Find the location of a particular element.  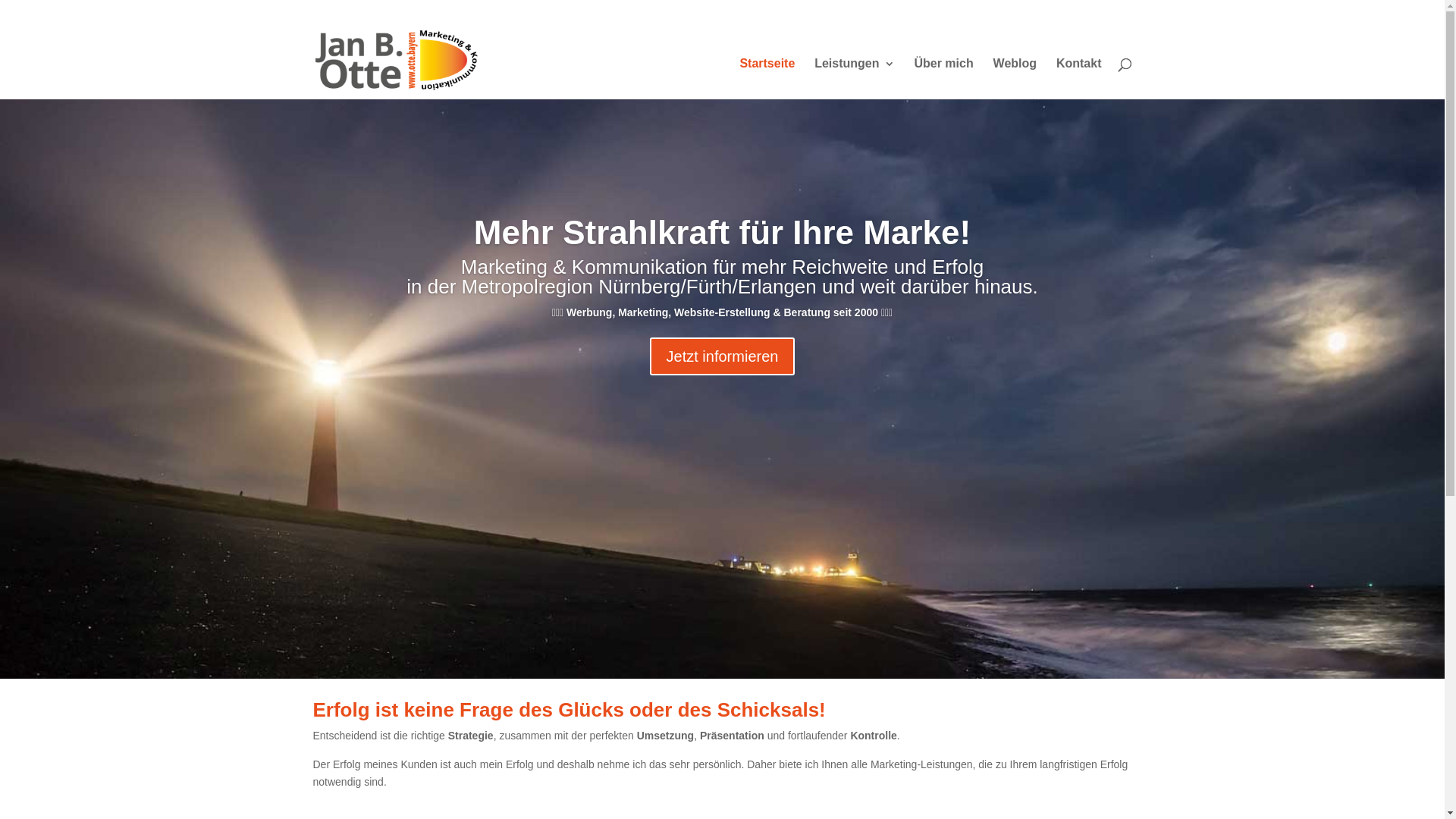

'Weblog' is located at coordinates (1015, 79).